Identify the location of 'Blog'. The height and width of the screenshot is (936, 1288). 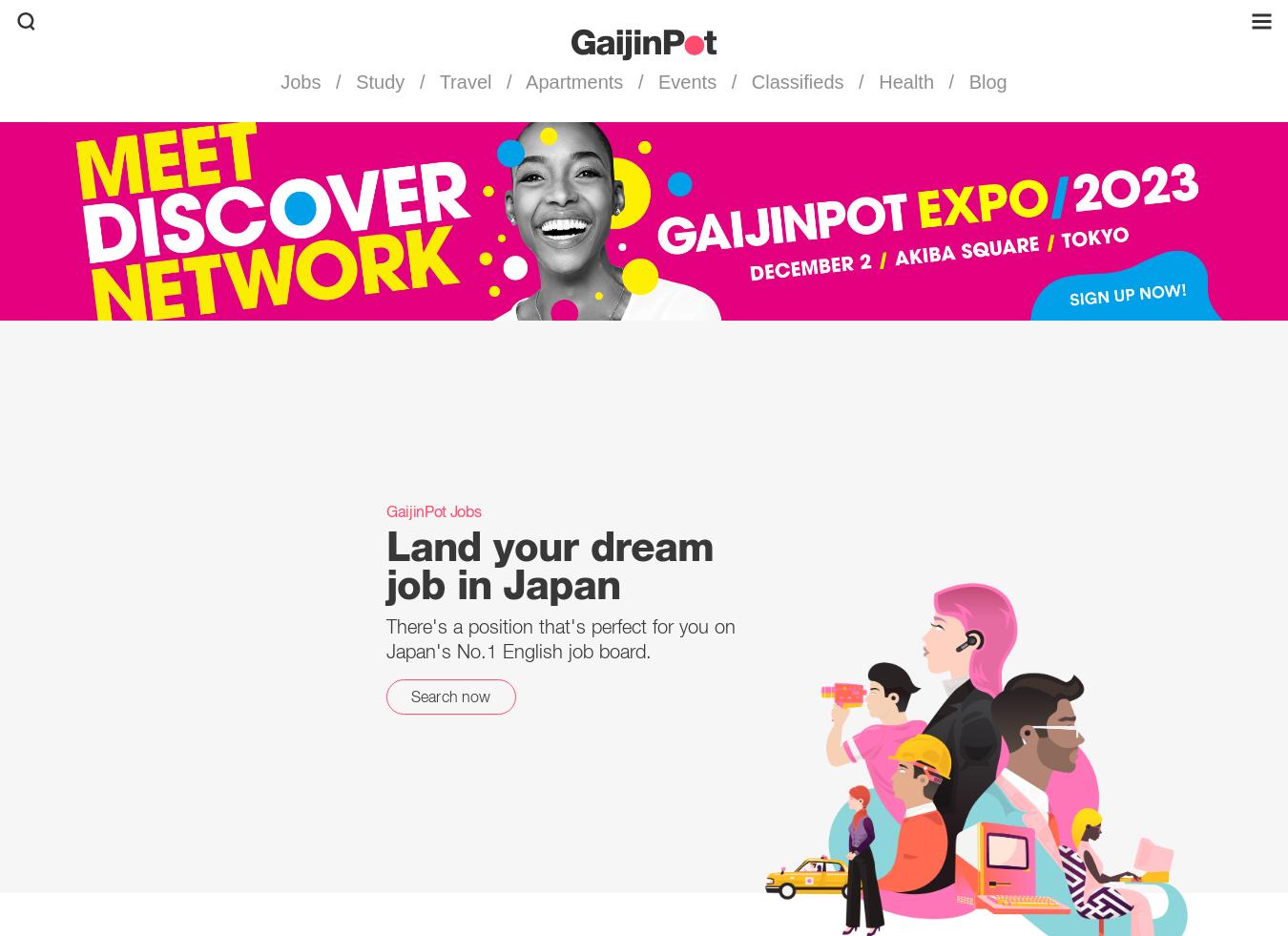
(985, 81).